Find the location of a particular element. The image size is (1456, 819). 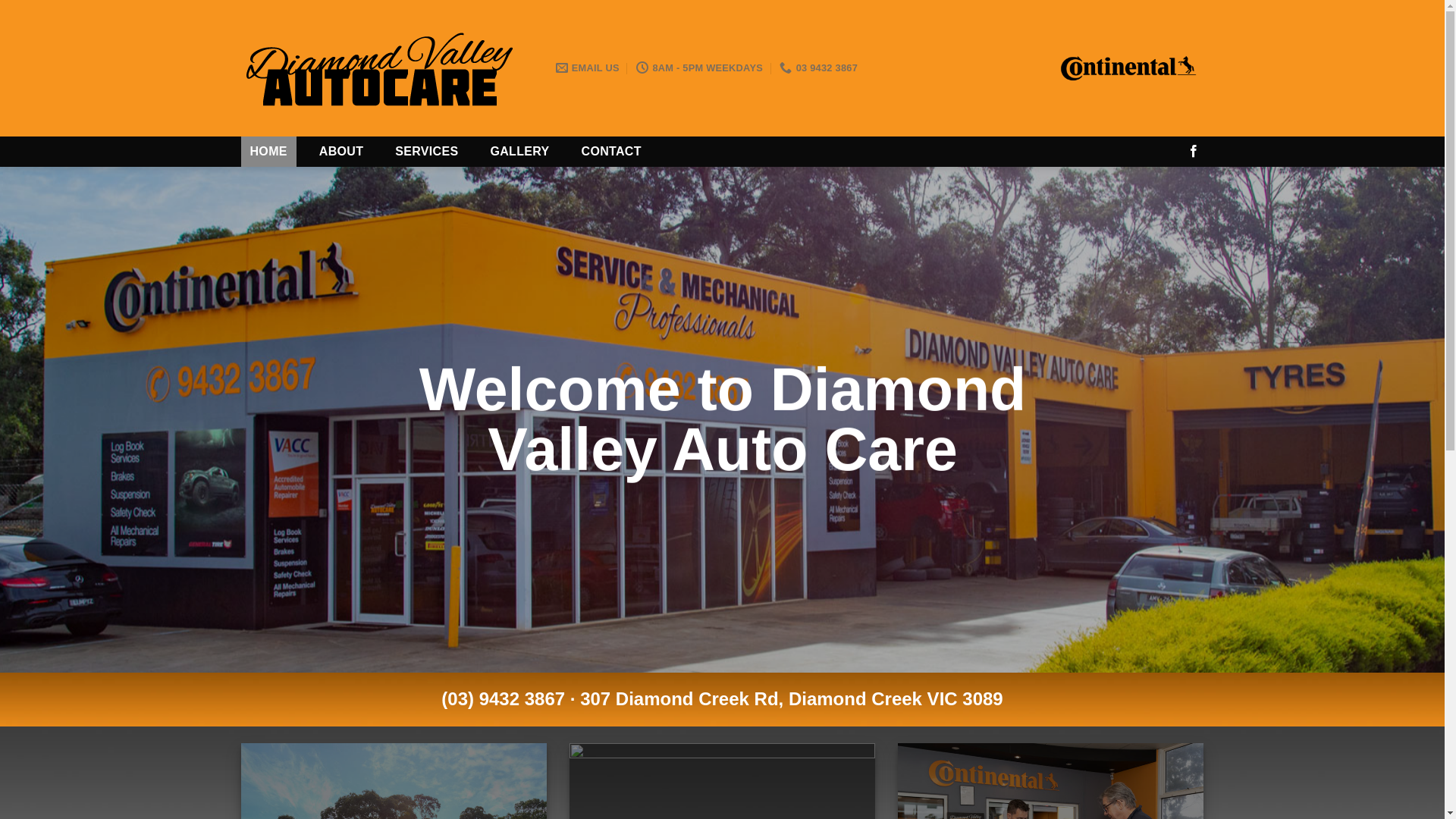

'03 9432 3867' is located at coordinates (817, 67).